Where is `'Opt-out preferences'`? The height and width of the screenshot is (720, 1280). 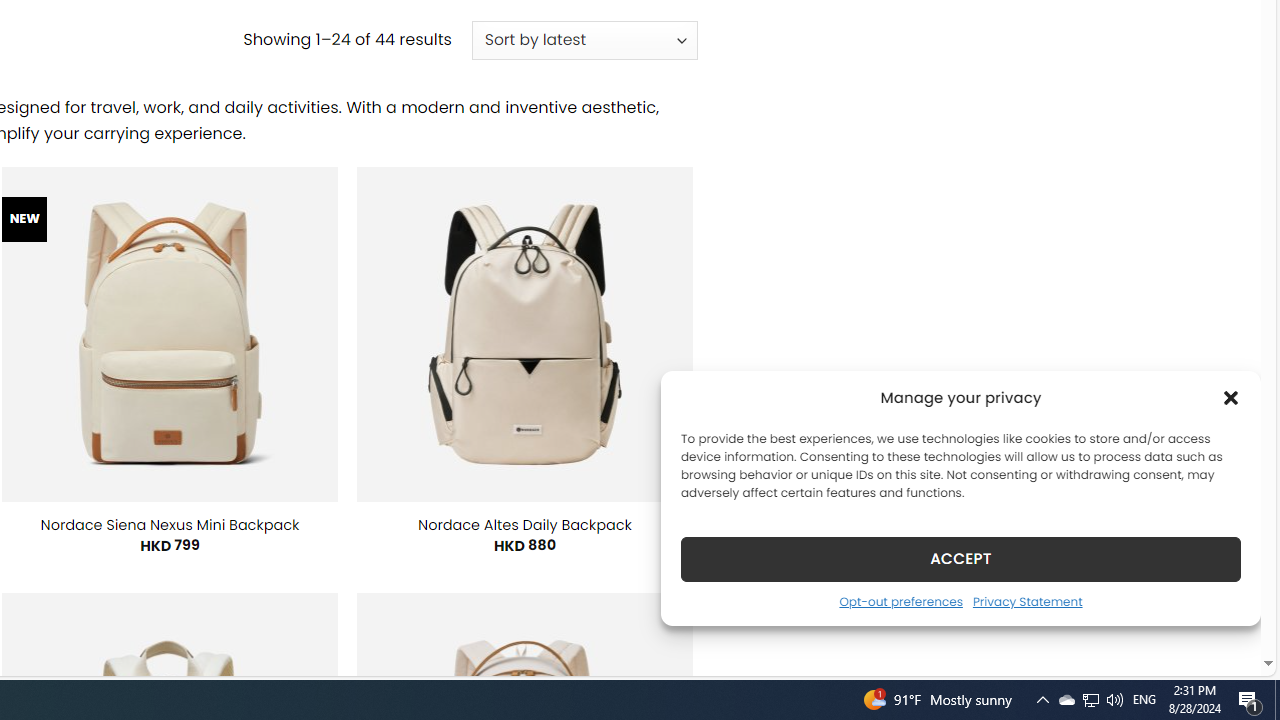
'Opt-out preferences' is located at coordinates (899, 600).